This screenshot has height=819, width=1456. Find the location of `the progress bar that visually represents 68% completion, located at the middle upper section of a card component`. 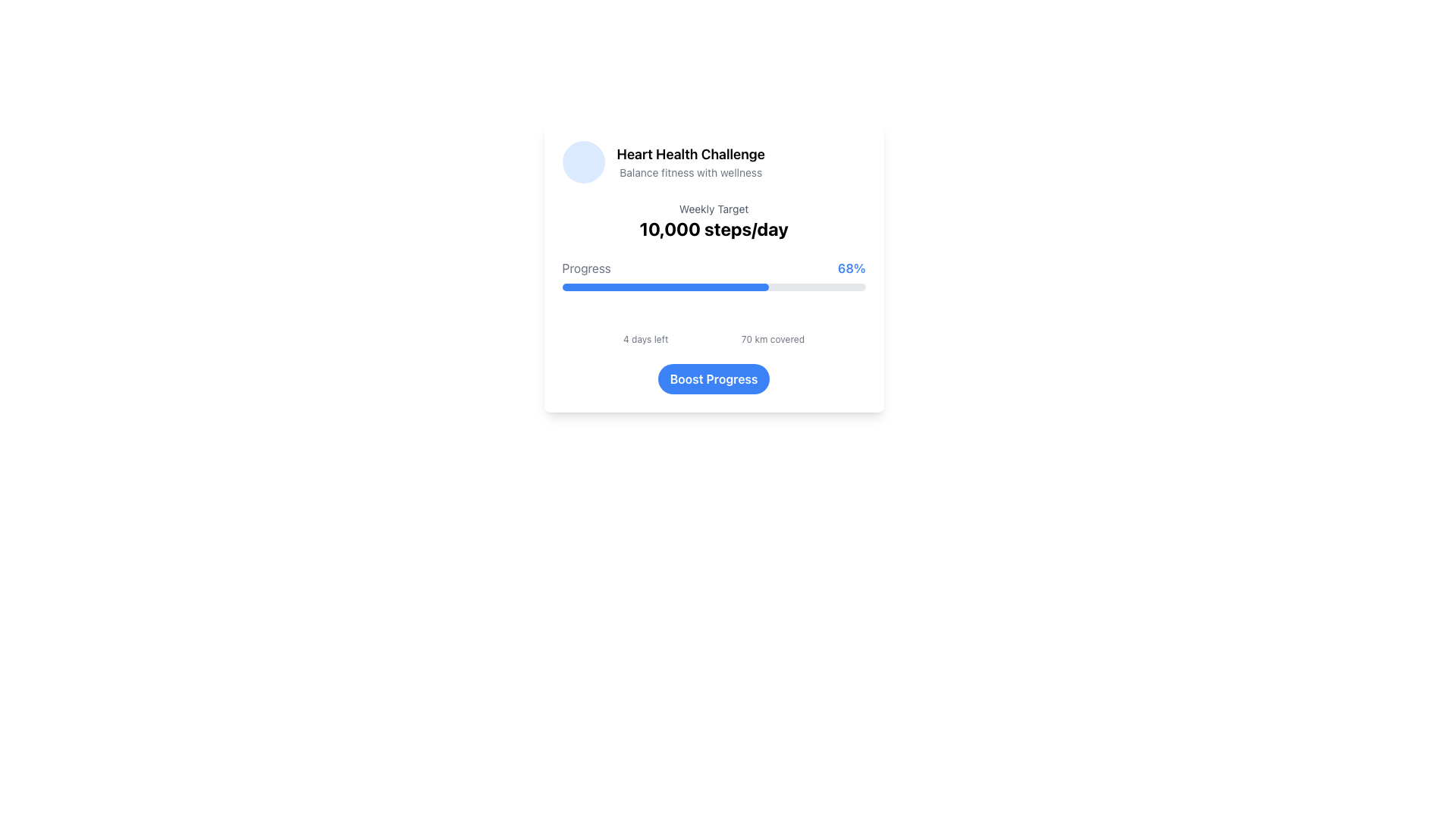

the progress bar that visually represents 68% completion, located at the middle upper section of a card component is located at coordinates (665, 287).